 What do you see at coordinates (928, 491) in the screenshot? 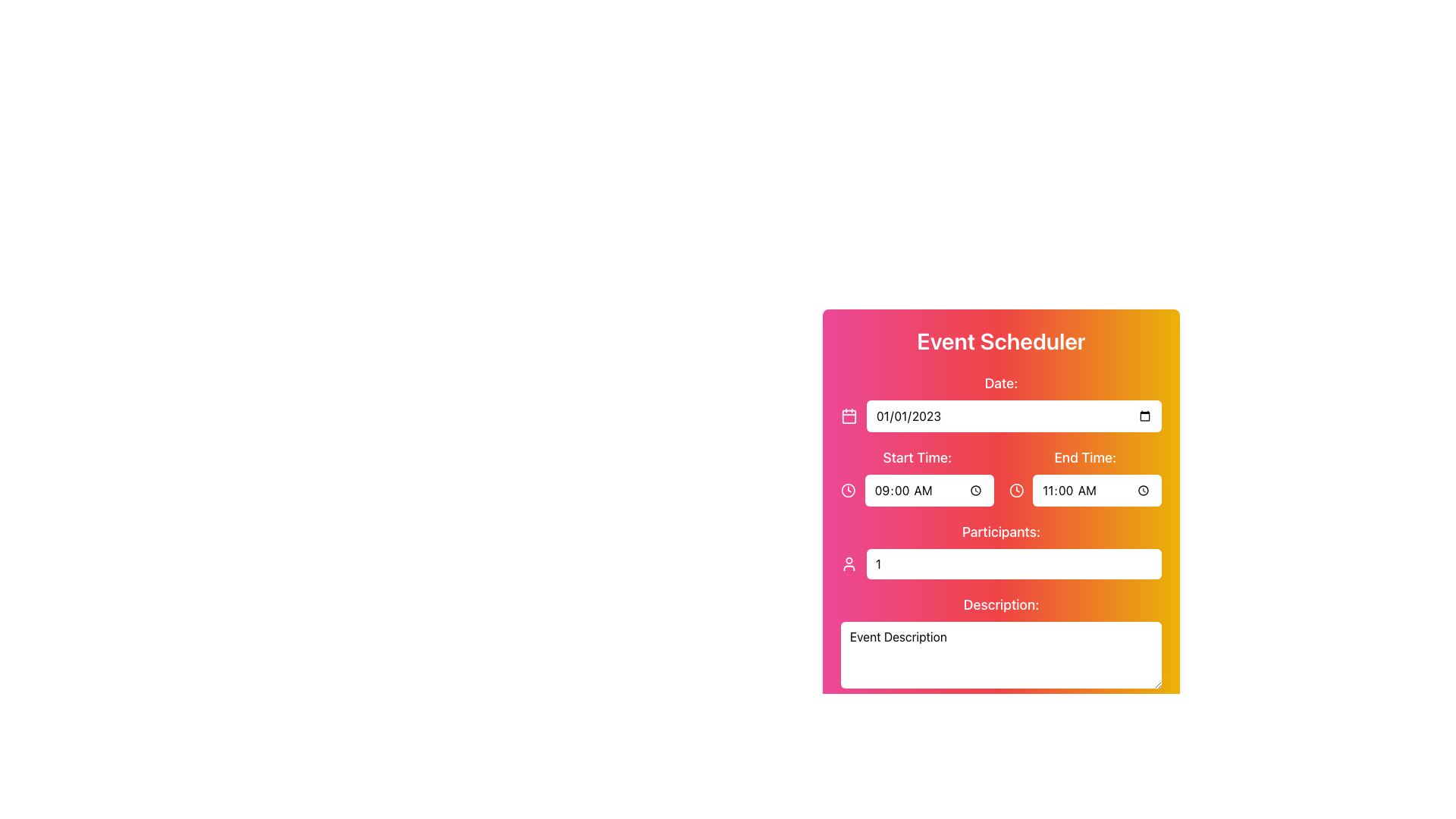
I see `the Time picker input field labeled '09:00 AM' in the 'Start Time' section of the Event Scheduler form` at bounding box center [928, 491].